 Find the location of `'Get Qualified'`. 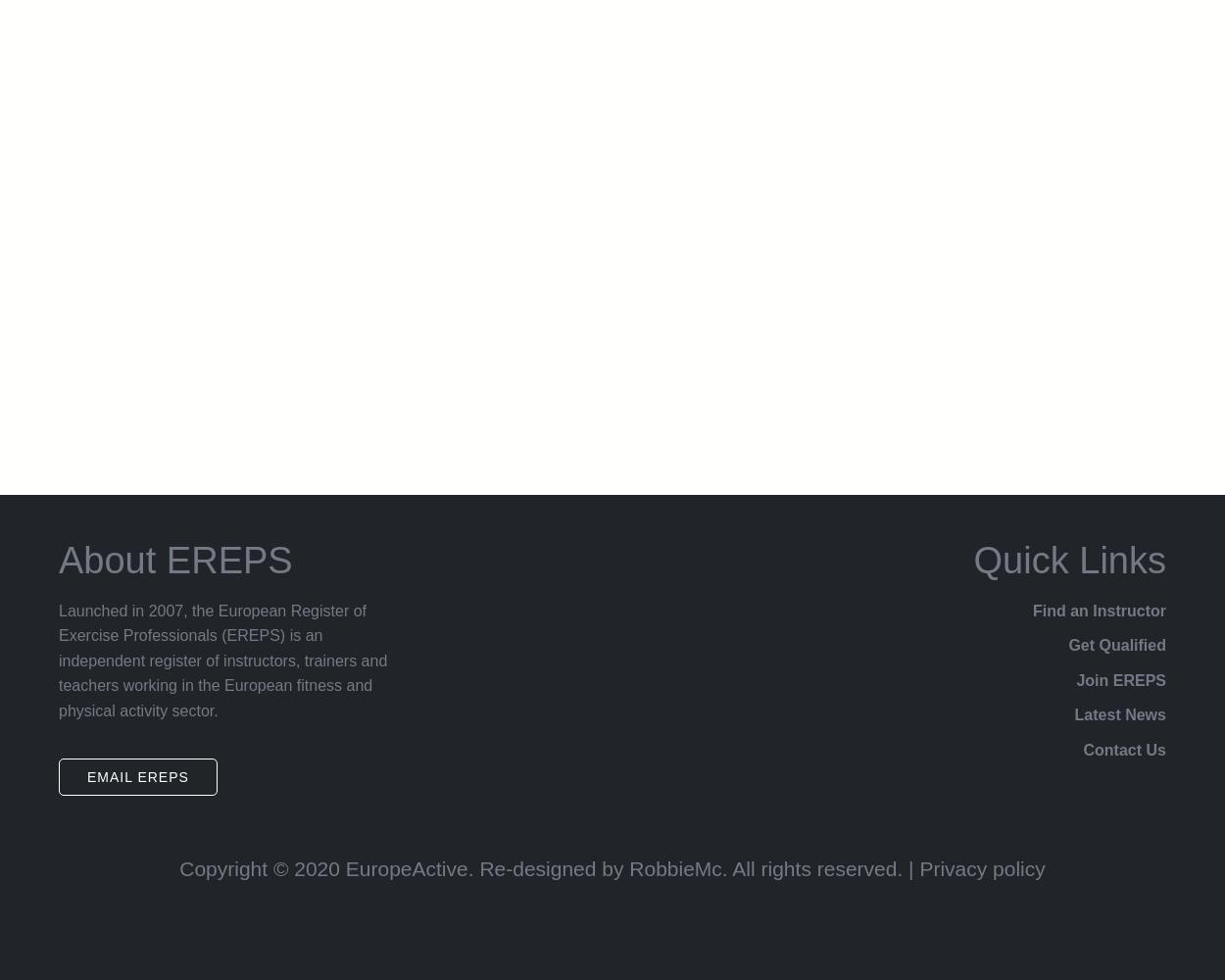

'Get Qualified' is located at coordinates (1067, 645).